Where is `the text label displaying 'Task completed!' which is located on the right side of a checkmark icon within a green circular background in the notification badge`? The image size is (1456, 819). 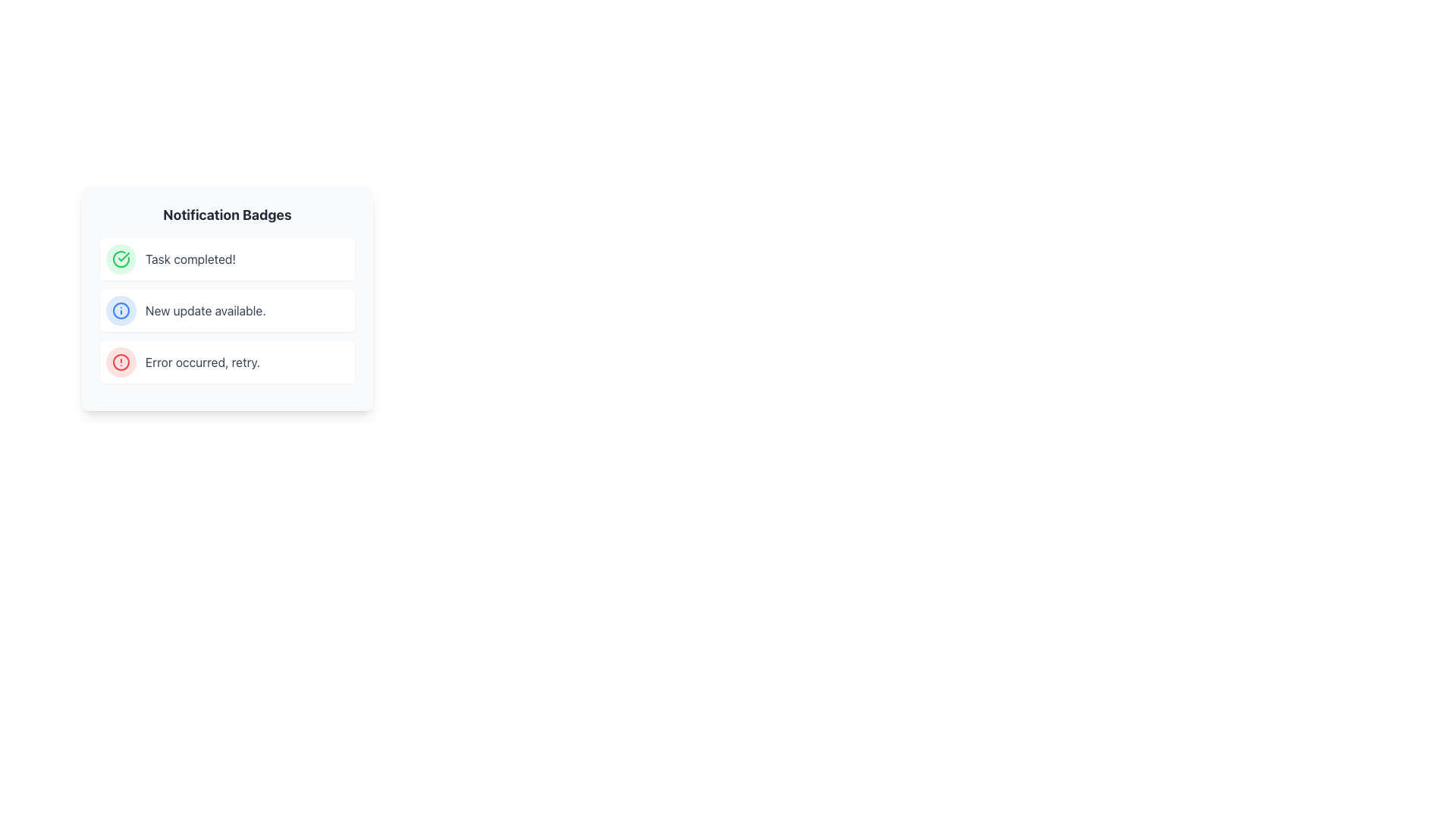 the text label displaying 'Task completed!' which is located on the right side of a checkmark icon within a green circular background in the notification badge is located at coordinates (190, 259).